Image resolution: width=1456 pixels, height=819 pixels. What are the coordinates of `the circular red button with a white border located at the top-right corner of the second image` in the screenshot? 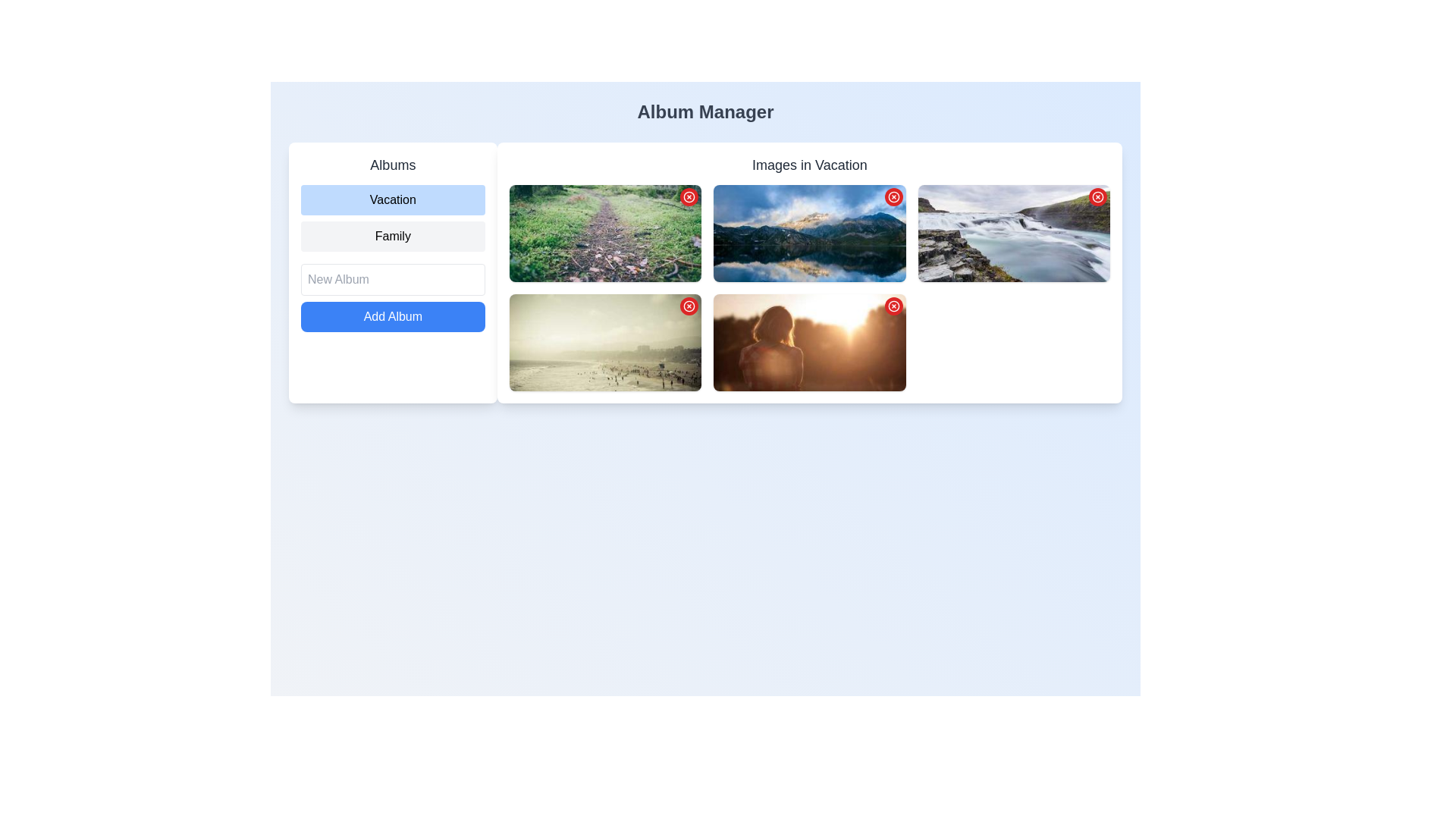 It's located at (1098, 195).